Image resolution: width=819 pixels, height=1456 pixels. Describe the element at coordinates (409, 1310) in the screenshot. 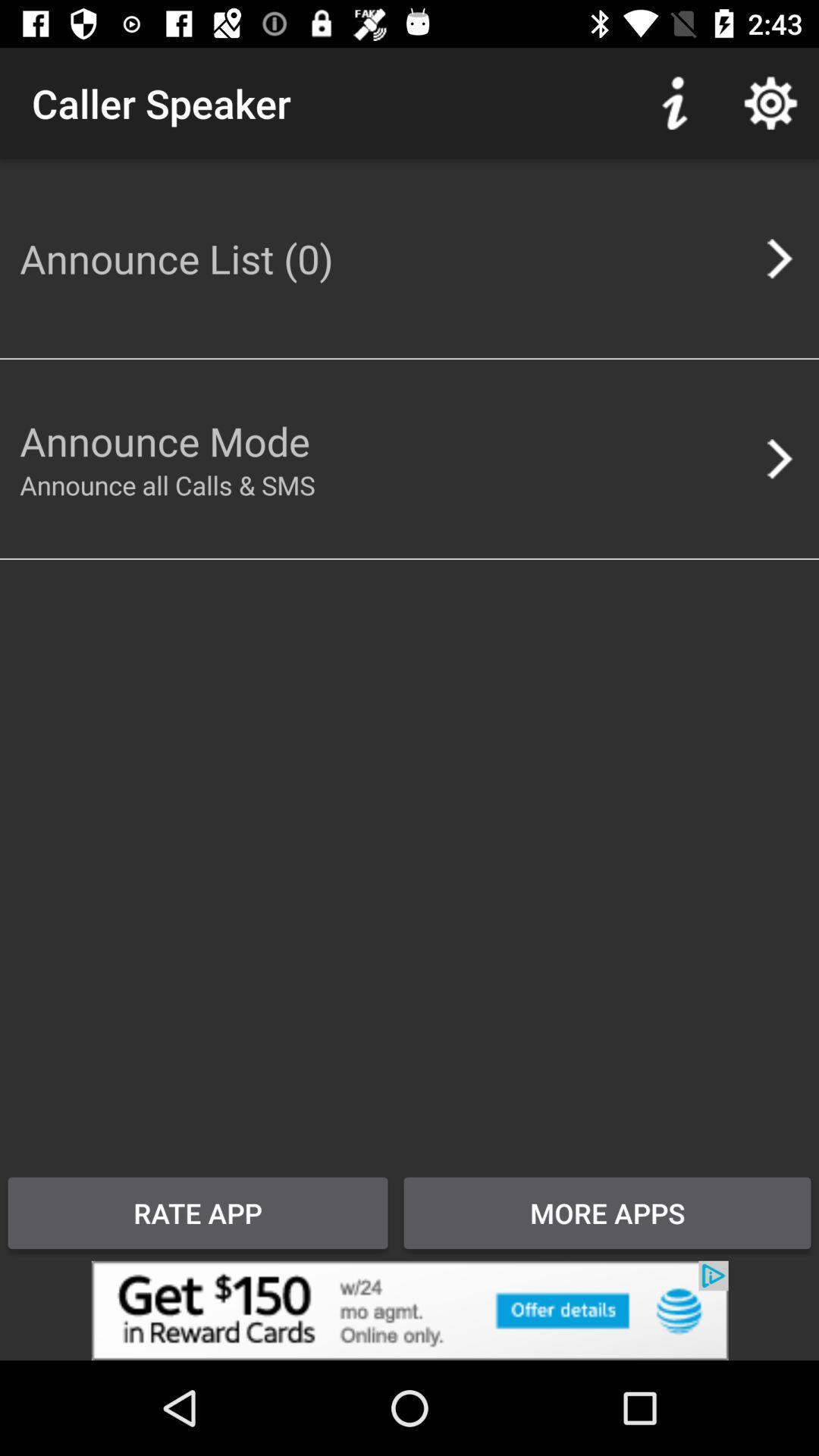

I see `advertisement` at that location.